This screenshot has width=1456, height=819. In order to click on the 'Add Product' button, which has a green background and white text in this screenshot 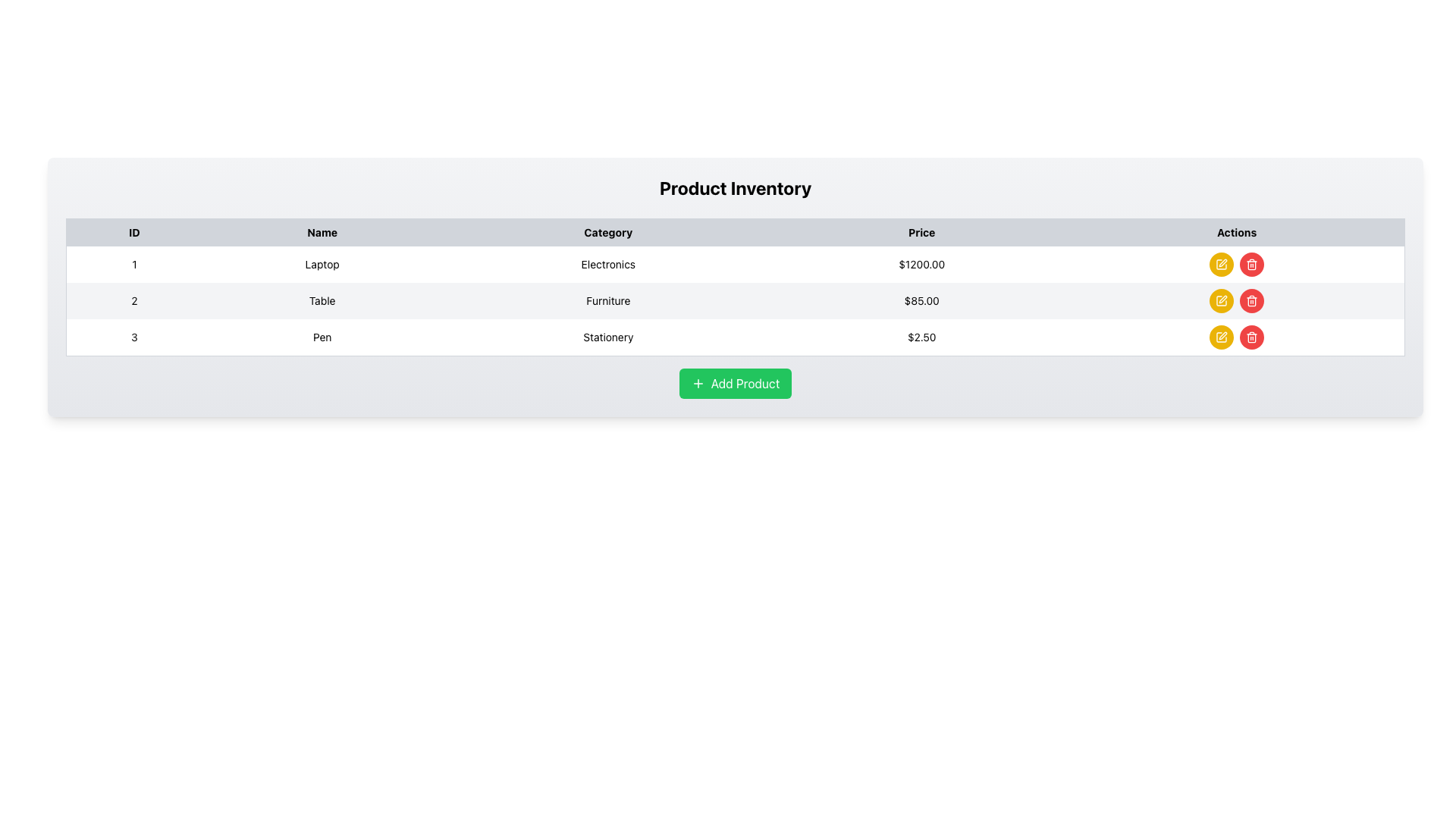, I will do `click(735, 382)`.